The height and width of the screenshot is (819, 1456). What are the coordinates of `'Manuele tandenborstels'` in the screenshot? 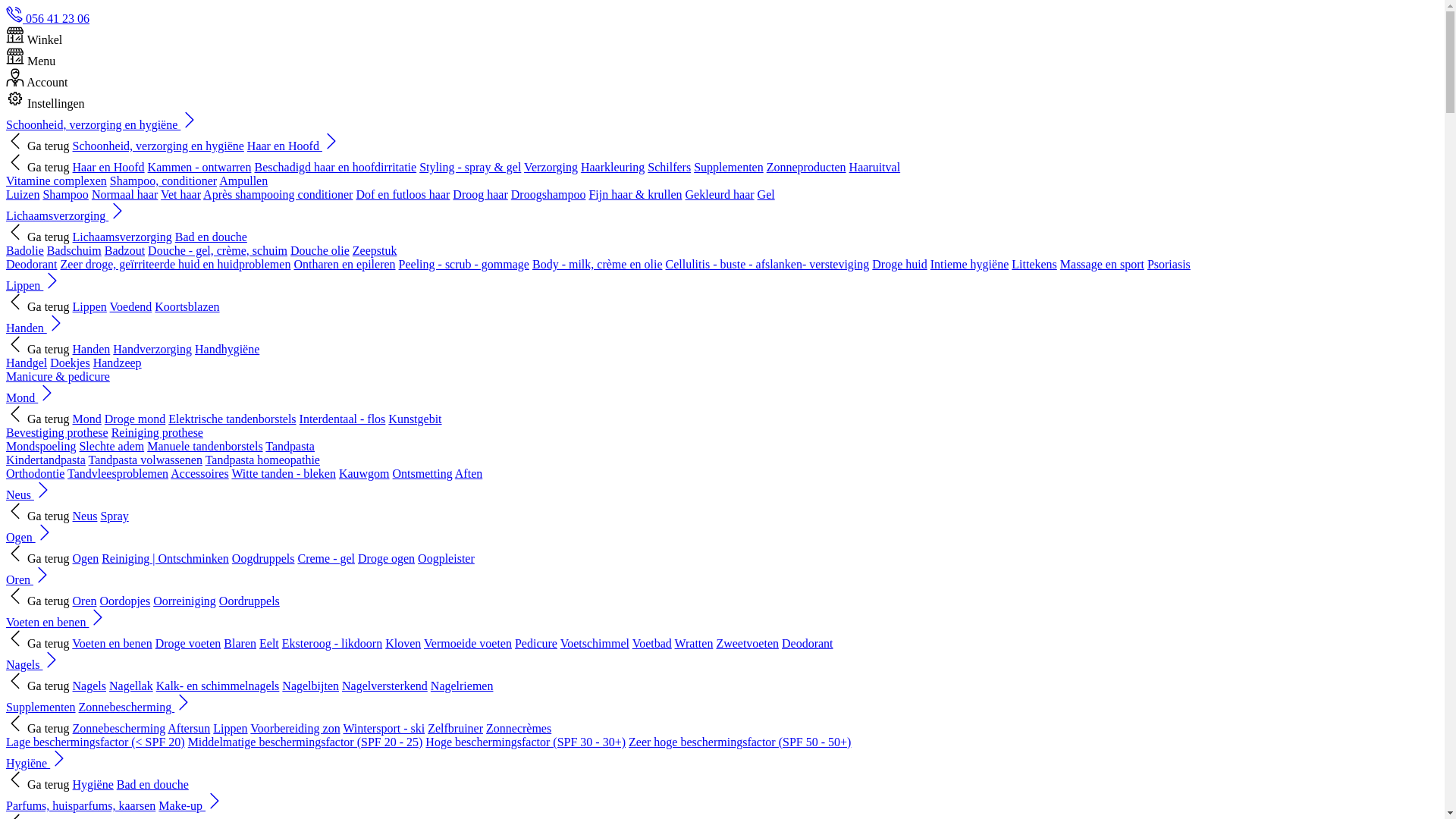 It's located at (146, 445).